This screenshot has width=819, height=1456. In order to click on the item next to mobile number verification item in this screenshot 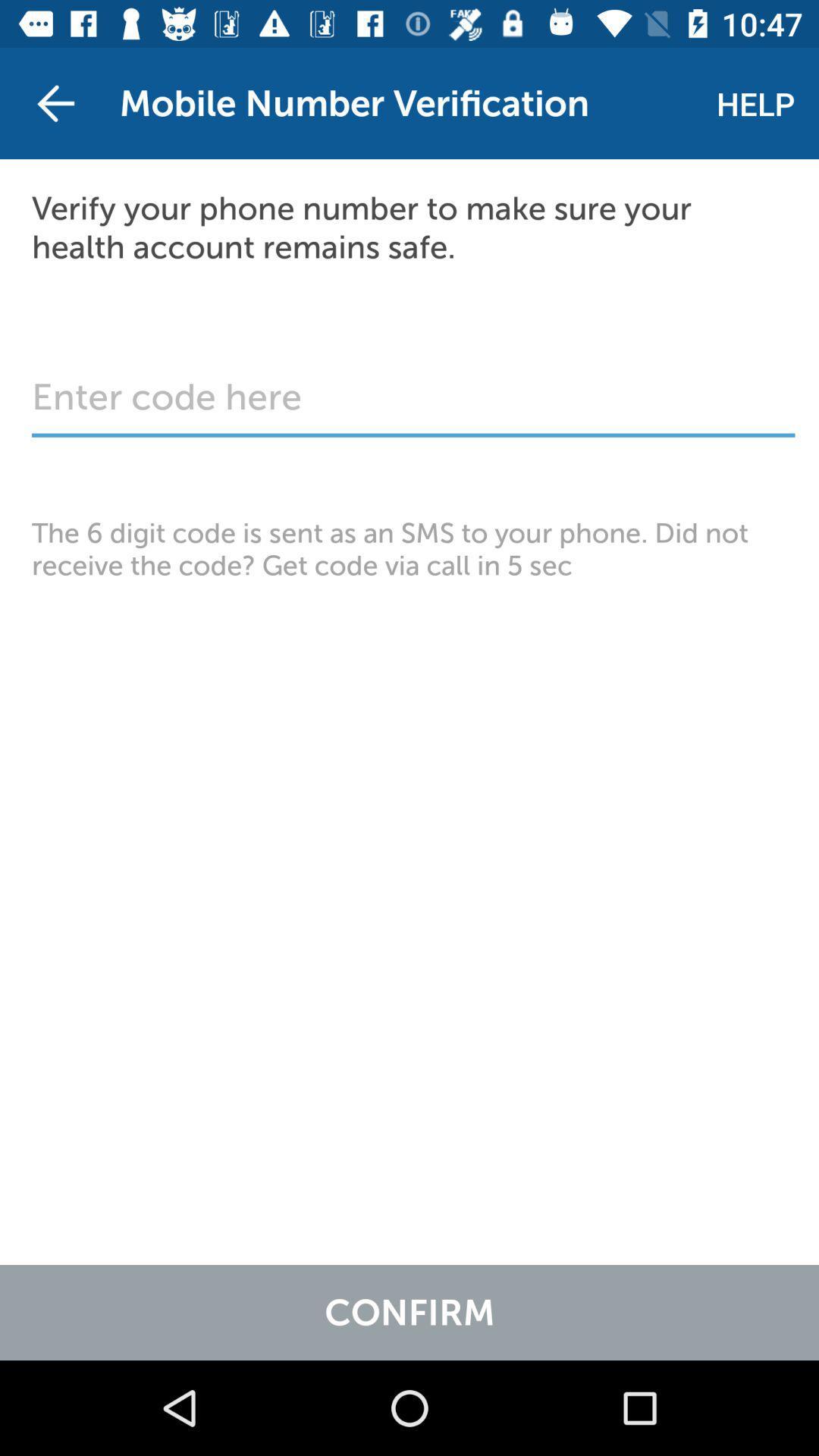, I will do `click(755, 102)`.